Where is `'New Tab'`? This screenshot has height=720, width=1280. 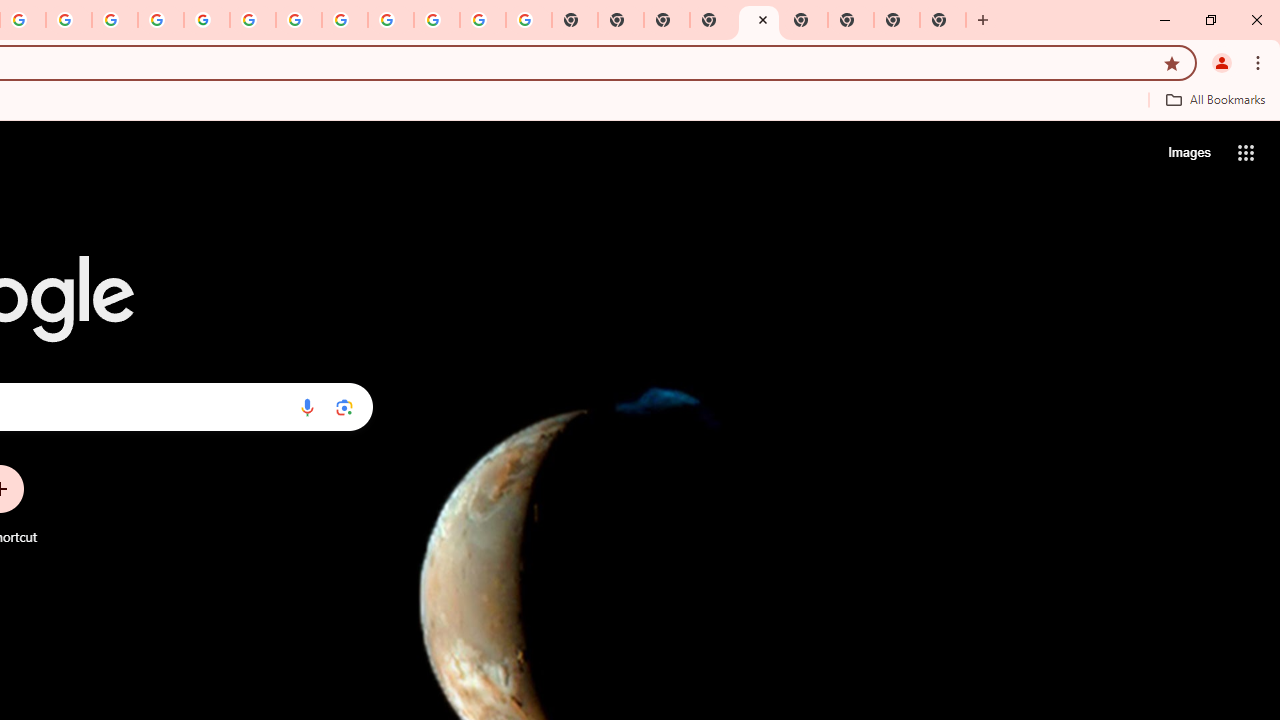
'New Tab' is located at coordinates (712, 20).